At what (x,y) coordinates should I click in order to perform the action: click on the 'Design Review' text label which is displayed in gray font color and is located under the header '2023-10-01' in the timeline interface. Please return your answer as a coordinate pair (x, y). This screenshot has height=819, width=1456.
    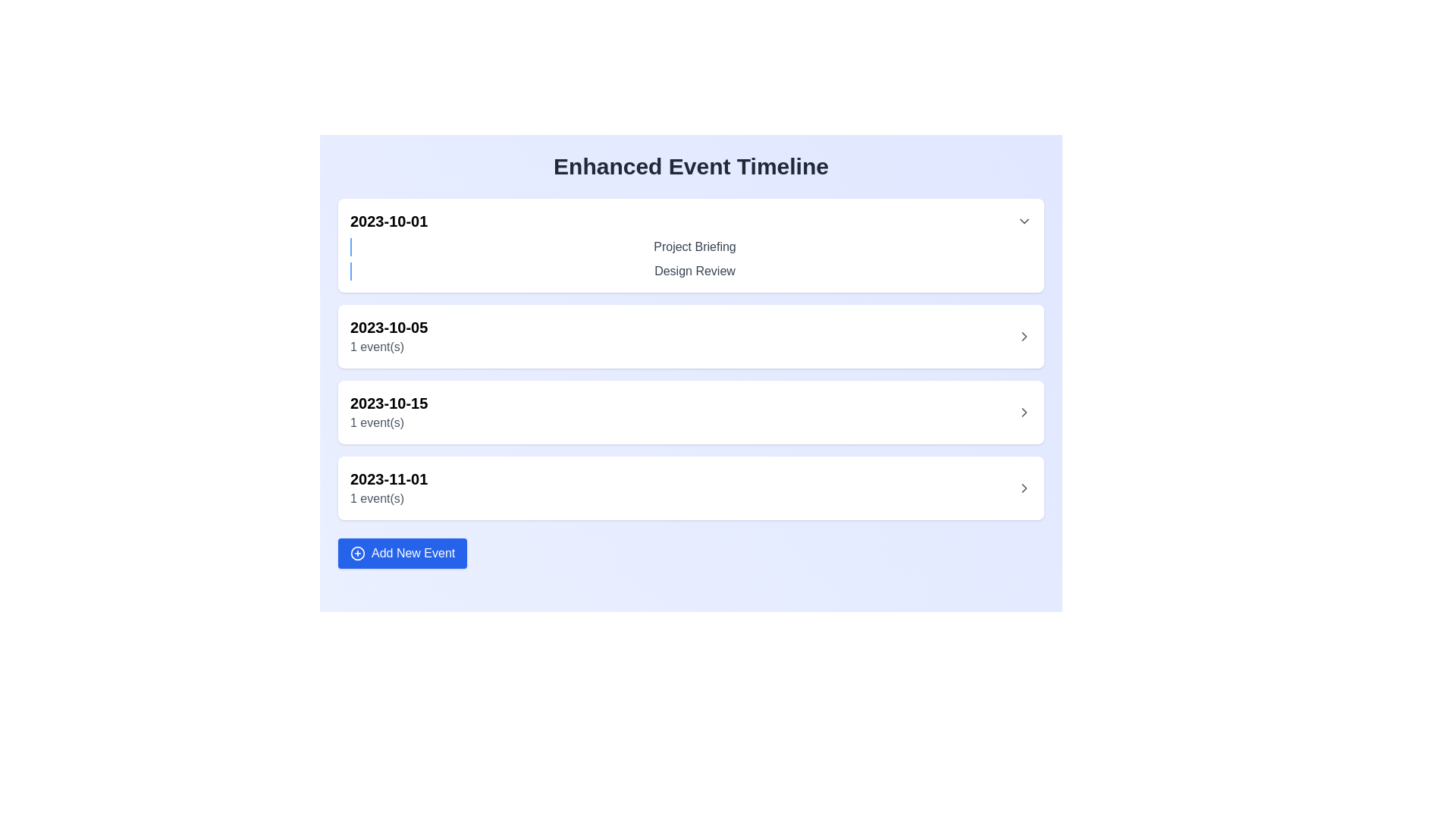
    Looking at the image, I should click on (694, 271).